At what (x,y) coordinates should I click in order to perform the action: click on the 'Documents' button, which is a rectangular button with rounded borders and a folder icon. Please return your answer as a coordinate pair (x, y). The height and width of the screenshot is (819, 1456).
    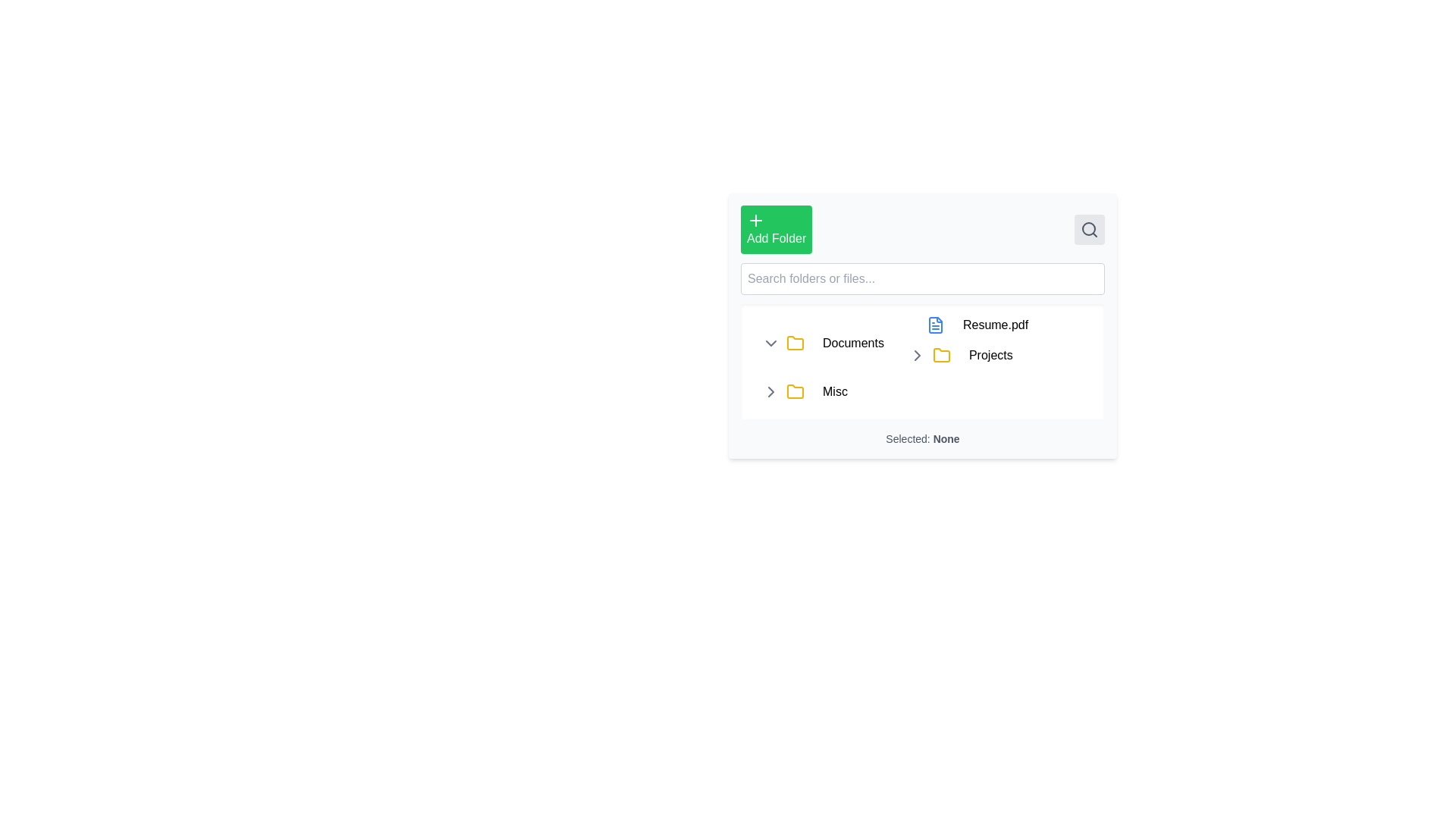
    Looking at the image, I should click on (853, 343).